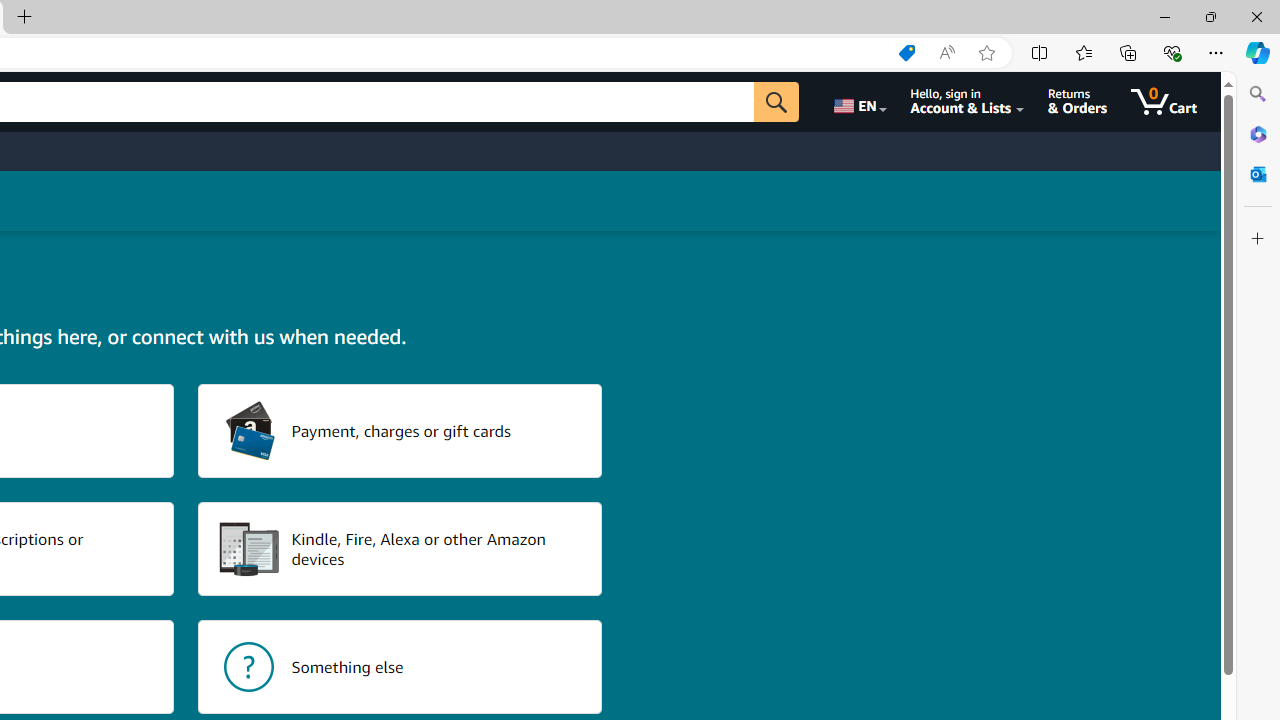 Image resolution: width=1280 pixels, height=720 pixels. What do you see at coordinates (400, 429) in the screenshot?
I see `'Payment, charges or gift cards'` at bounding box center [400, 429].